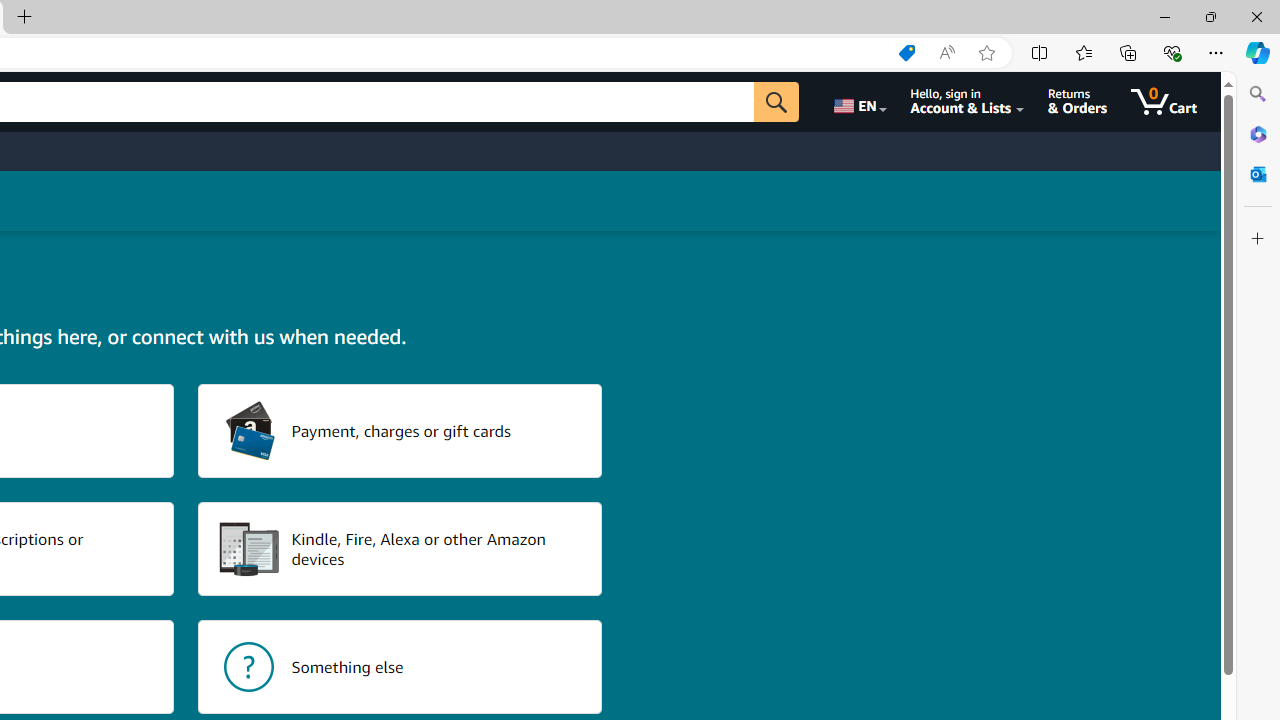 Image resolution: width=1280 pixels, height=720 pixels. What do you see at coordinates (400, 429) in the screenshot?
I see `'Payment, charges or gift cards'` at bounding box center [400, 429].